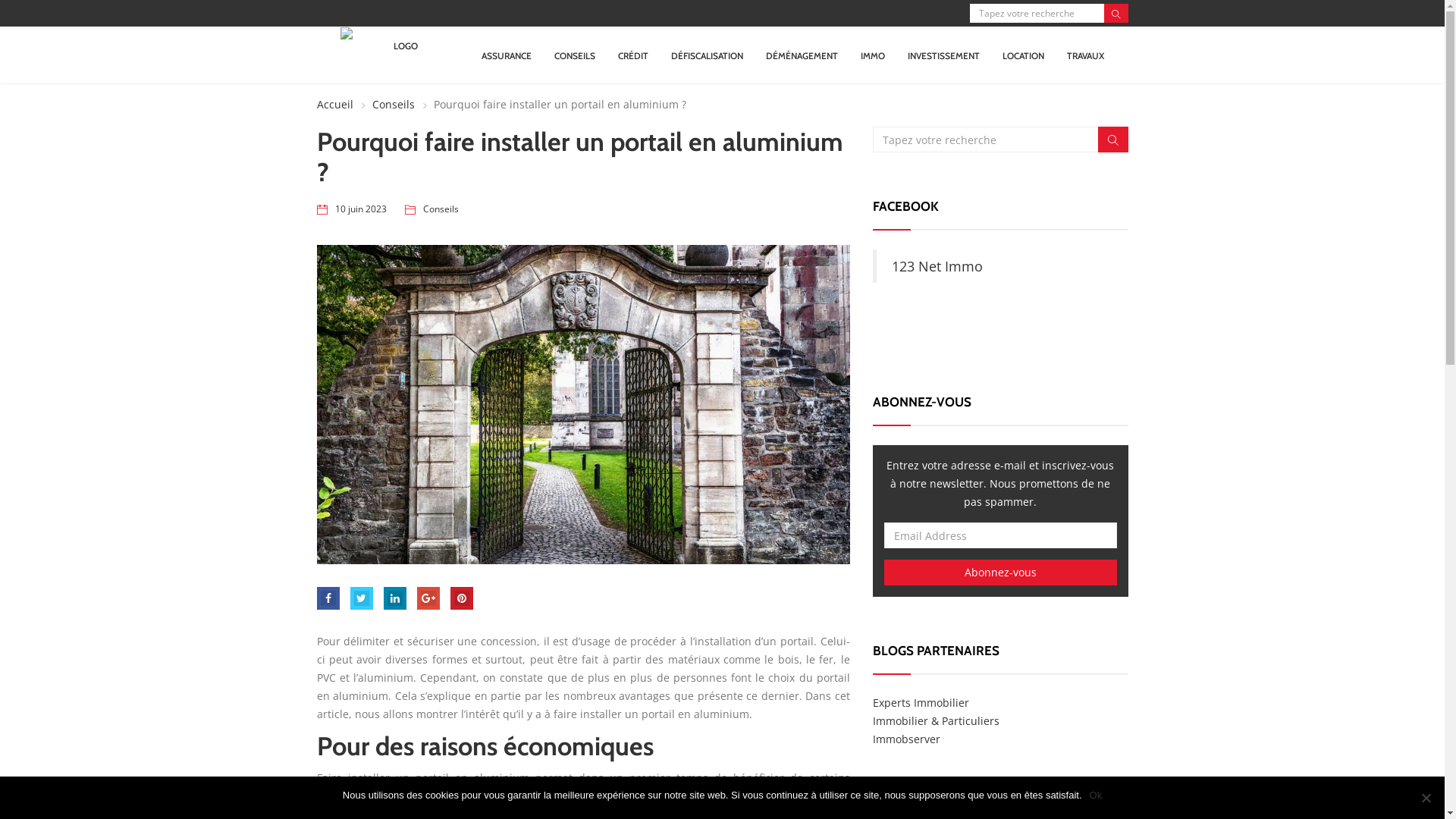 This screenshot has height=819, width=1456. Describe the element at coordinates (860, 55) in the screenshot. I see `'IMMO'` at that location.